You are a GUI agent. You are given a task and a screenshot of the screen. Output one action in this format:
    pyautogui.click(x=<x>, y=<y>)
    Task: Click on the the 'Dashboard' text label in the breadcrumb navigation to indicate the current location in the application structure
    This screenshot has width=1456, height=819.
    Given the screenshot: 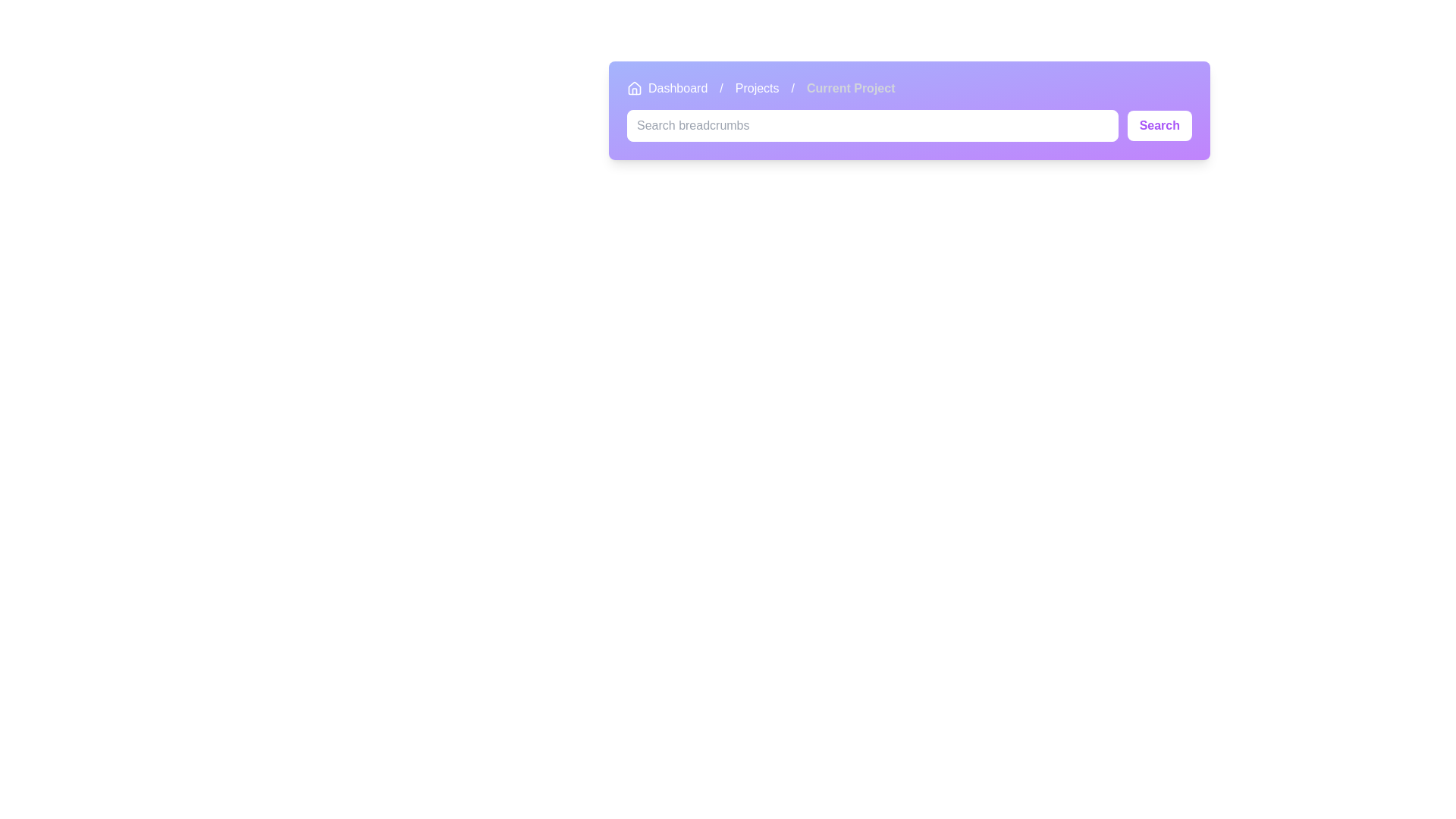 What is the action you would take?
    pyautogui.click(x=667, y=88)
    